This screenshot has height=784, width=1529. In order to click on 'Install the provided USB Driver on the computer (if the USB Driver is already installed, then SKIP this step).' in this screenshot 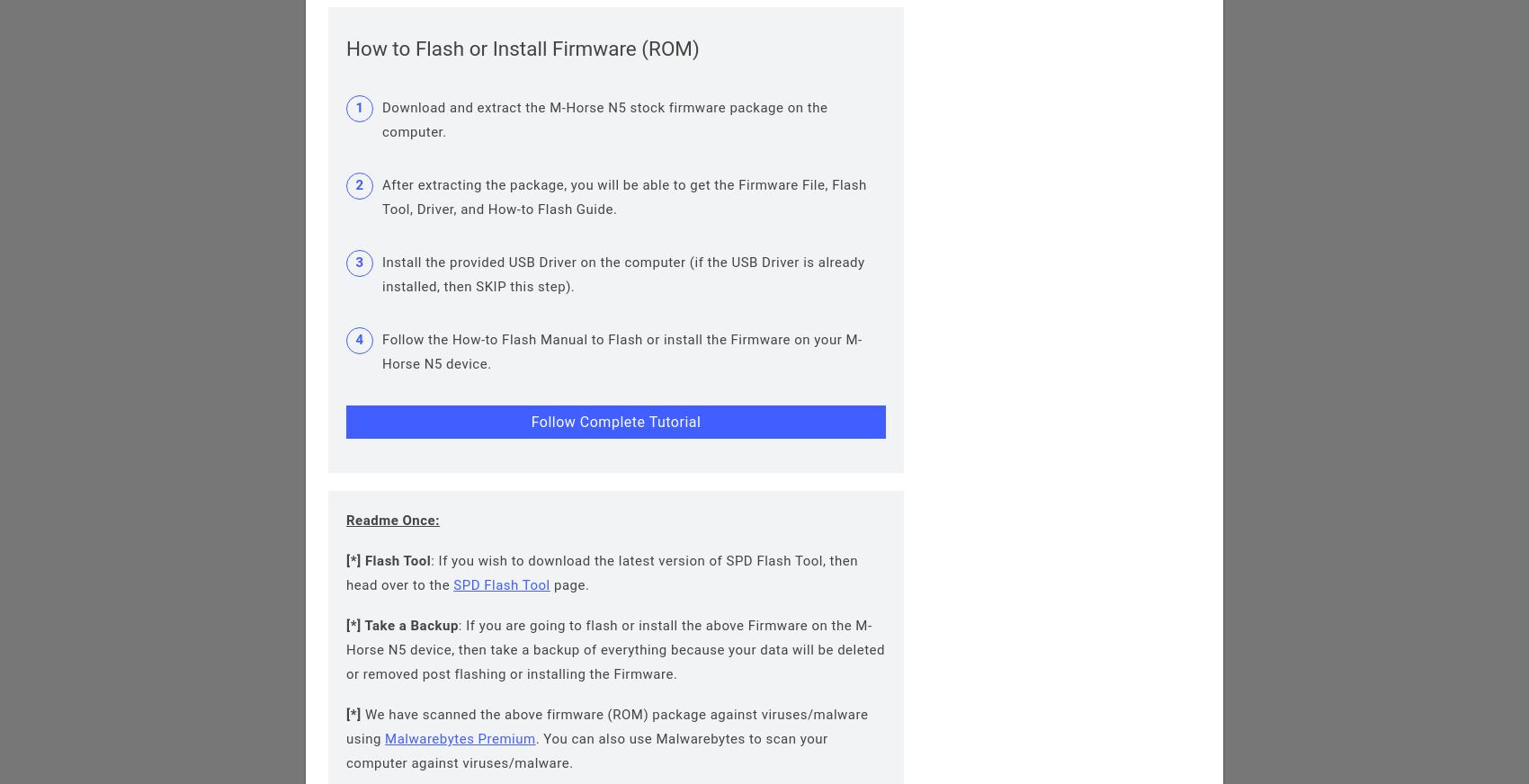, I will do `click(382, 273)`.